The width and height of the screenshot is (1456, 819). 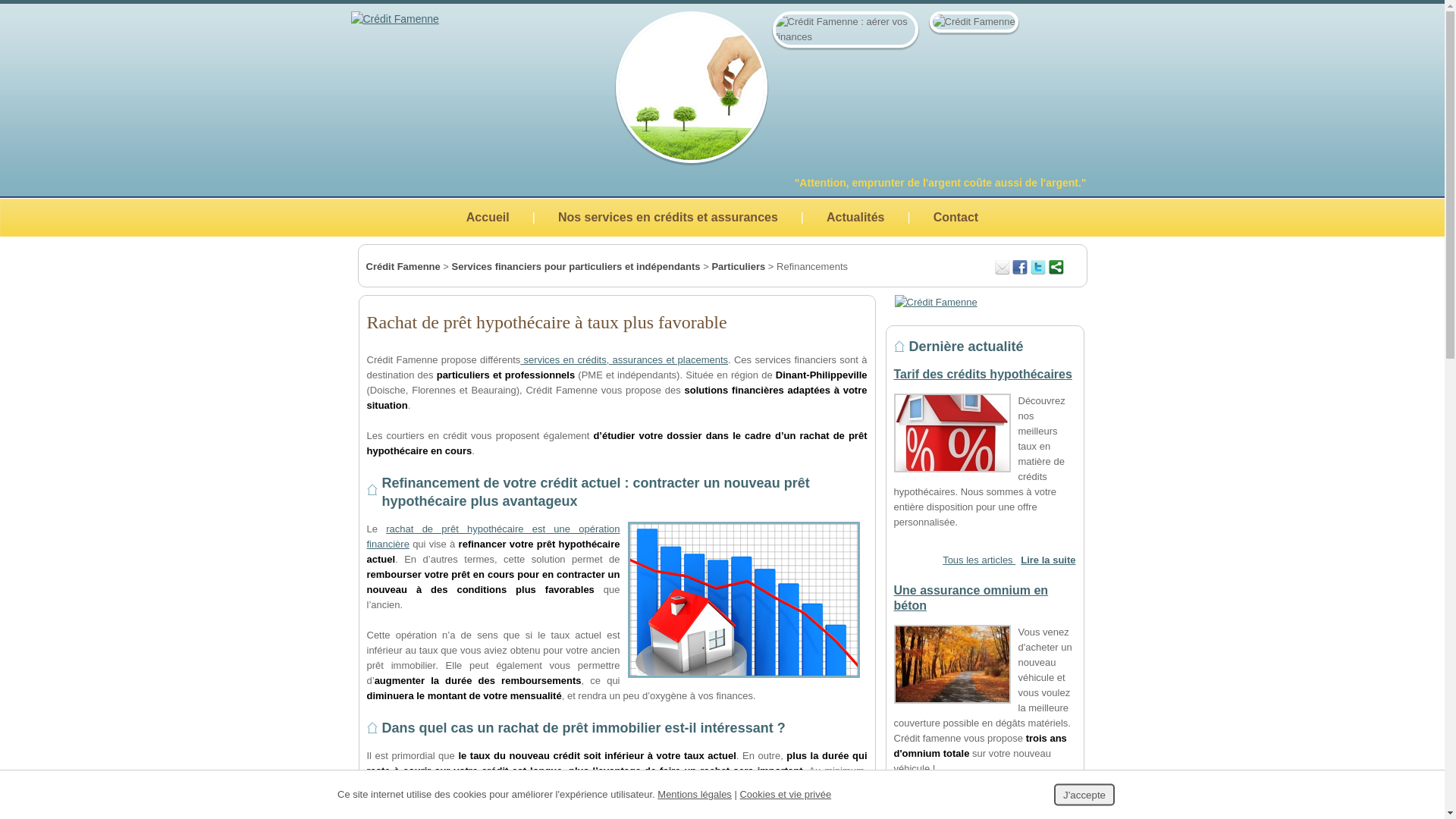 I want to click on 'Tous les articles', so click(x=942, y=560).